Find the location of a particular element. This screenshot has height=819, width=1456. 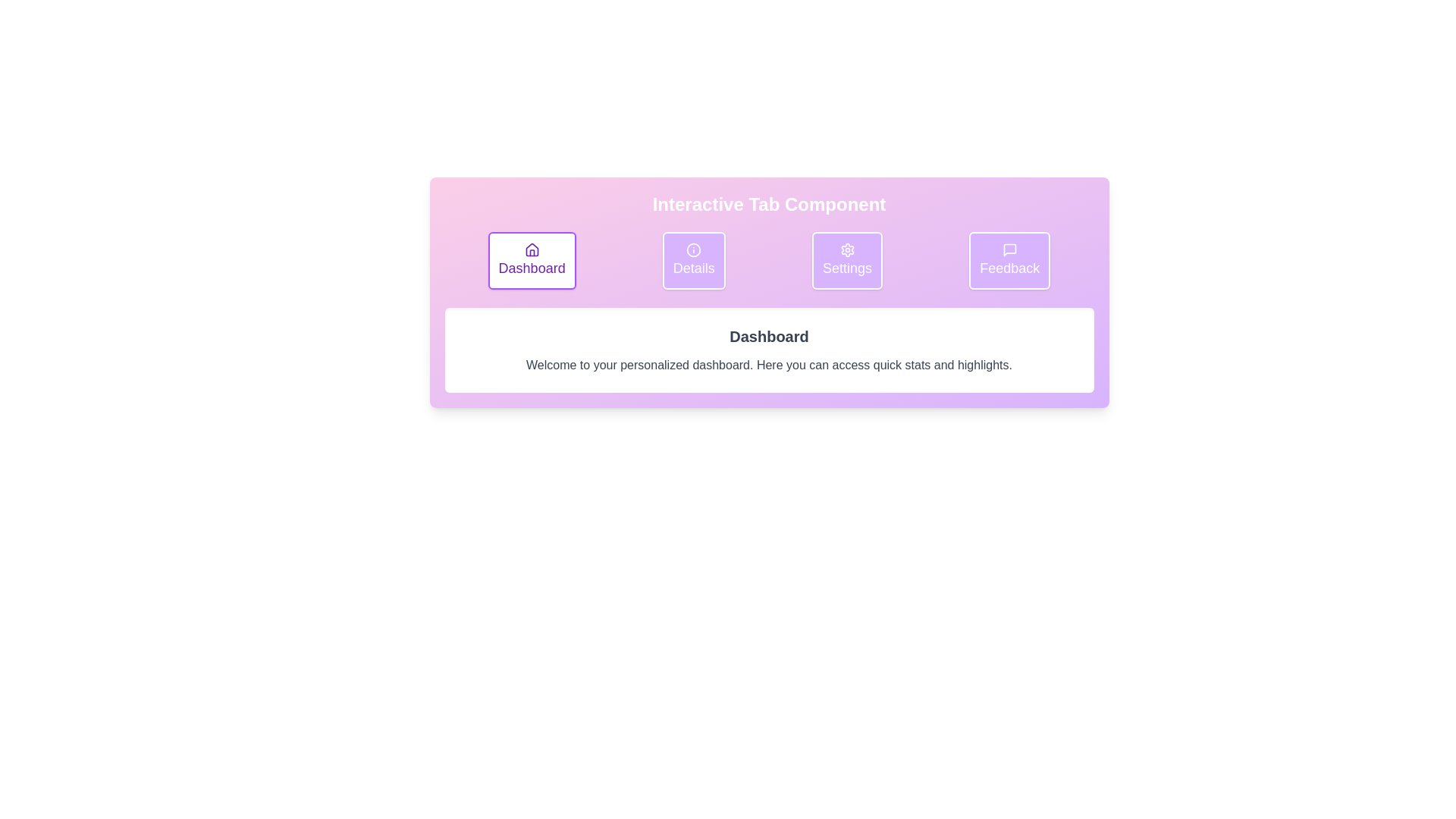

the tab labeled Dashboard to switch to it is located at coordinates (532, 259).